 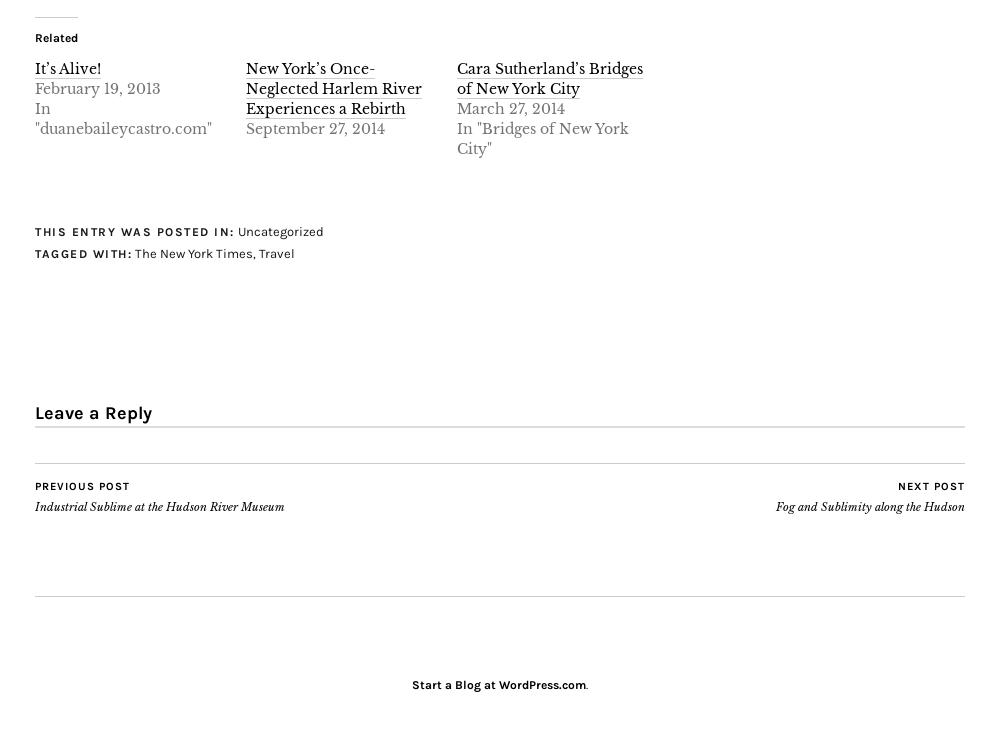 What do you see at coordinates (498, 683) in the screenshot?
I see `'Start a Blog at WordPress.com'` at bounding box center [498, 683].